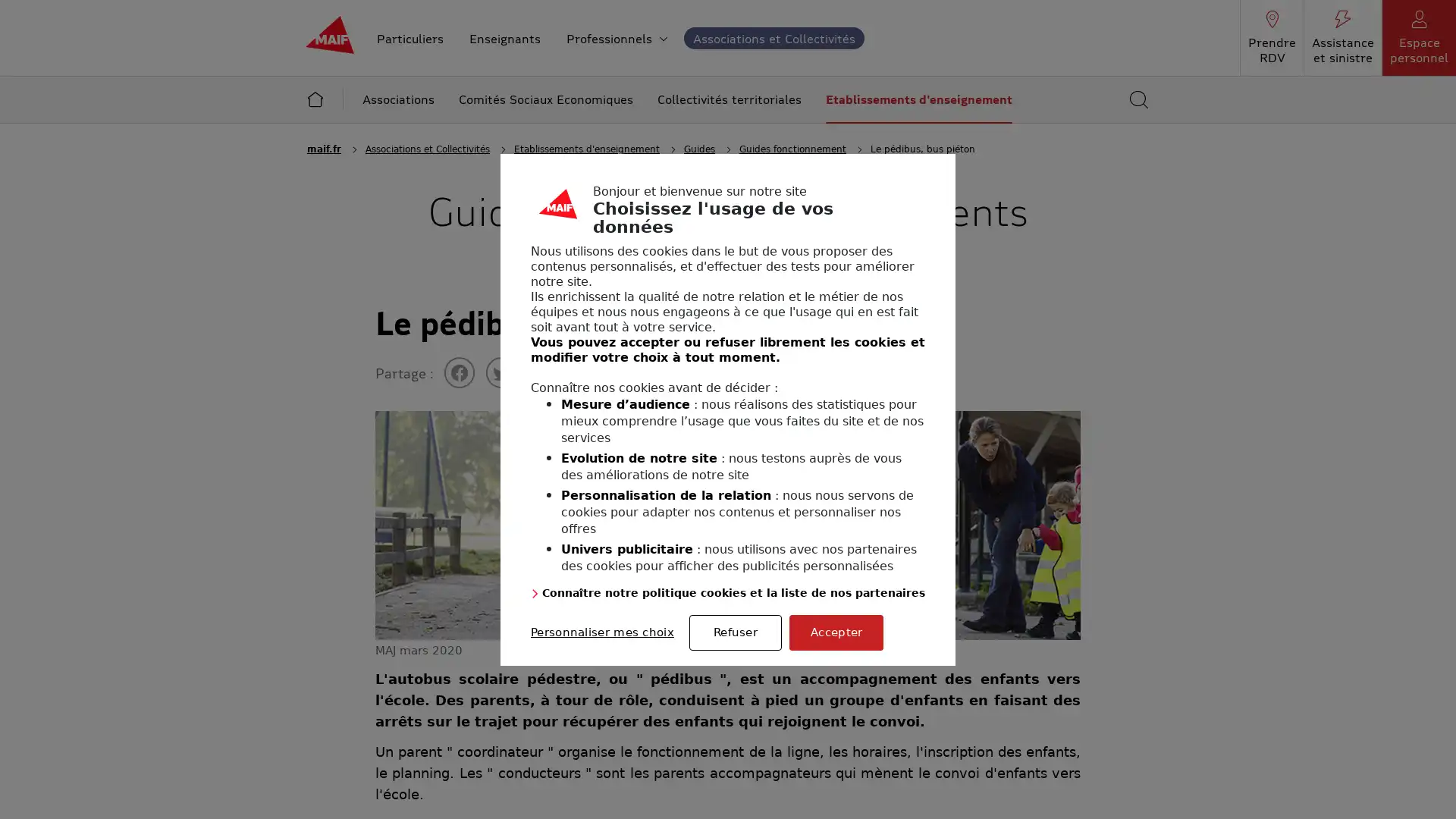 The width and height of the screenshot is (1456, 819). Describe the element at coordinates (601, 632) in the screenshot. I see `Personnaliser mes choix` at that location.